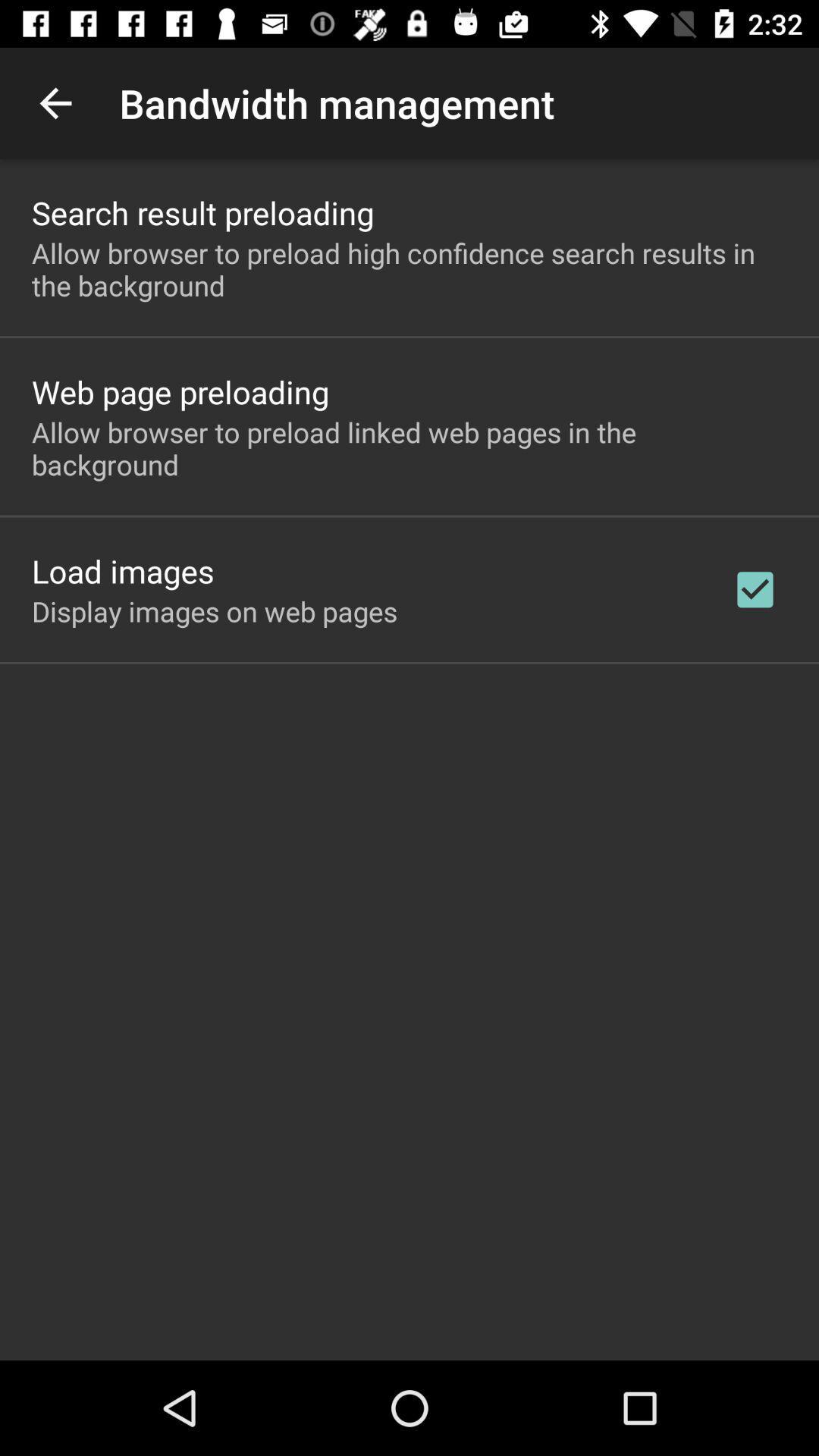 Image resolution: width=819 pixels, height=1456 pixels. What do you see at coordinates (215, 611) in the screenshot?
I see `icon below the load images app` at bounding box center [215, 611].